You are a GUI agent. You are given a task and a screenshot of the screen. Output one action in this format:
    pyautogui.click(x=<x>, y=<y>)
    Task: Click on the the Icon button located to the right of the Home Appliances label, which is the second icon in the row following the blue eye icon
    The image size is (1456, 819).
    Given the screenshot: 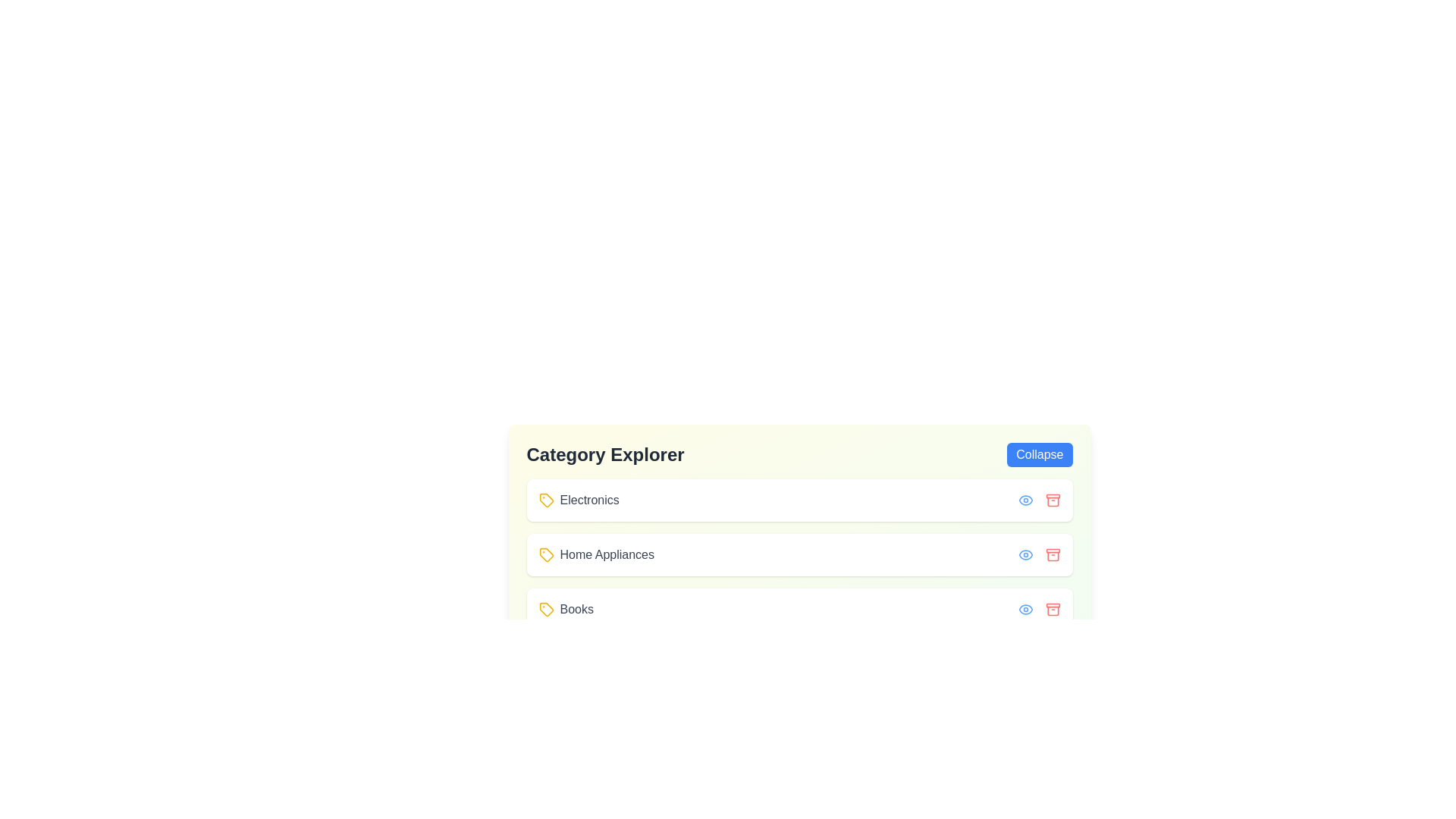 What is the action you would take?
    pyautogui.click(x=1052, y=555)
    